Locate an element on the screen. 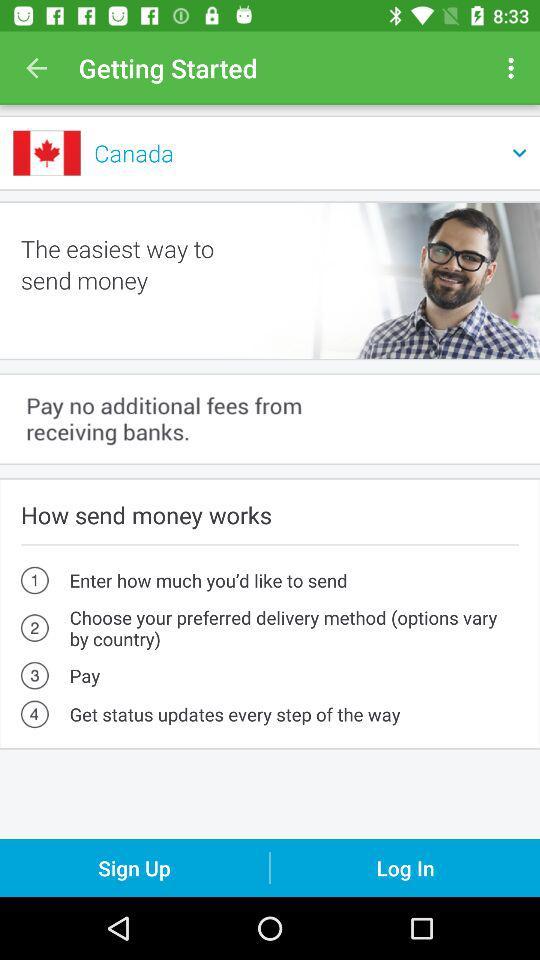 The width and height of the screenshot is (540, 960). item to the left of getting started icon is located at coordinates (36, 68).